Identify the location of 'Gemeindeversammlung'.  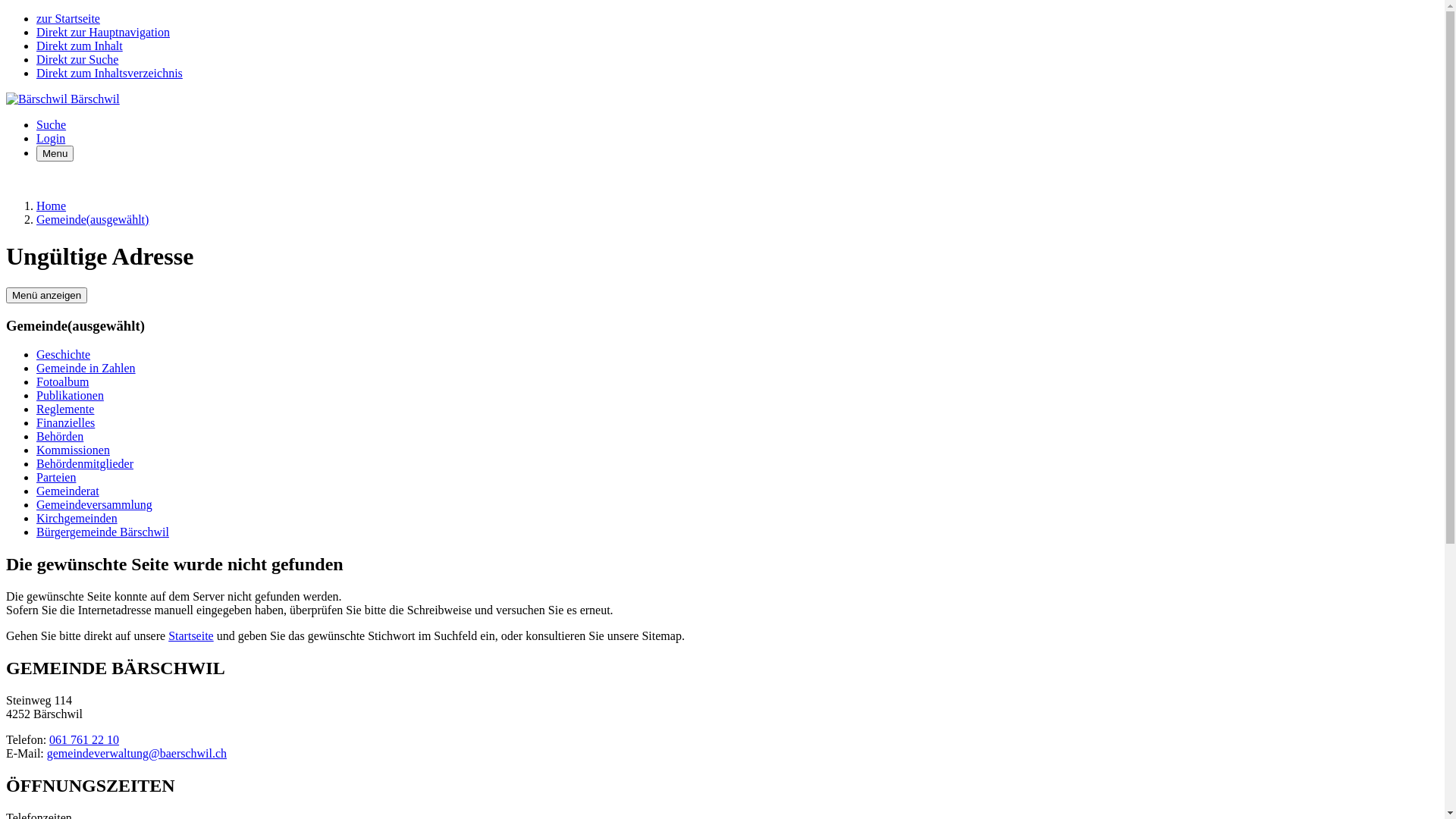
(93, 504).